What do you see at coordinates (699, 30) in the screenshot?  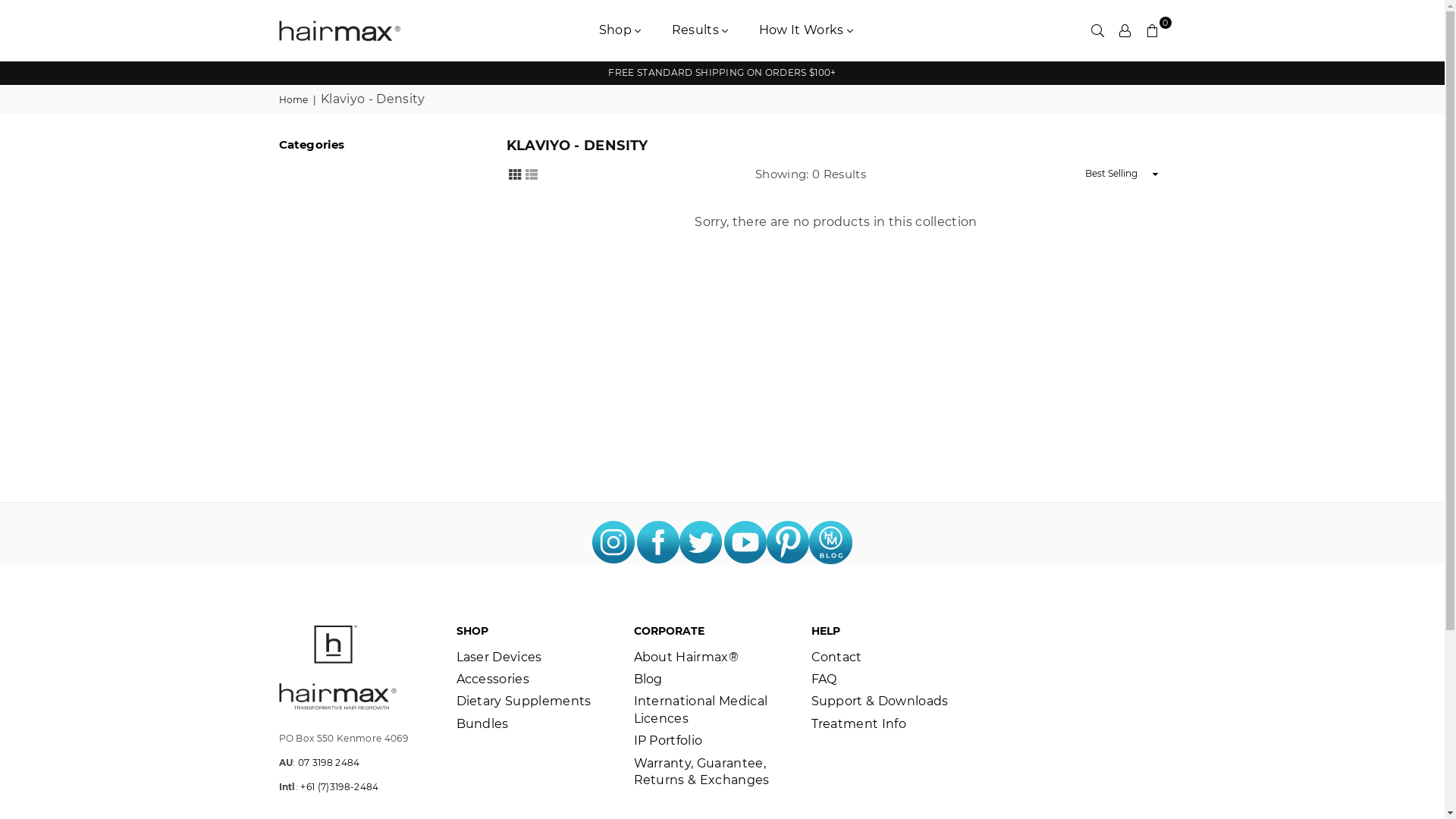 I see `'Results'` at bounding box center [699, 30].